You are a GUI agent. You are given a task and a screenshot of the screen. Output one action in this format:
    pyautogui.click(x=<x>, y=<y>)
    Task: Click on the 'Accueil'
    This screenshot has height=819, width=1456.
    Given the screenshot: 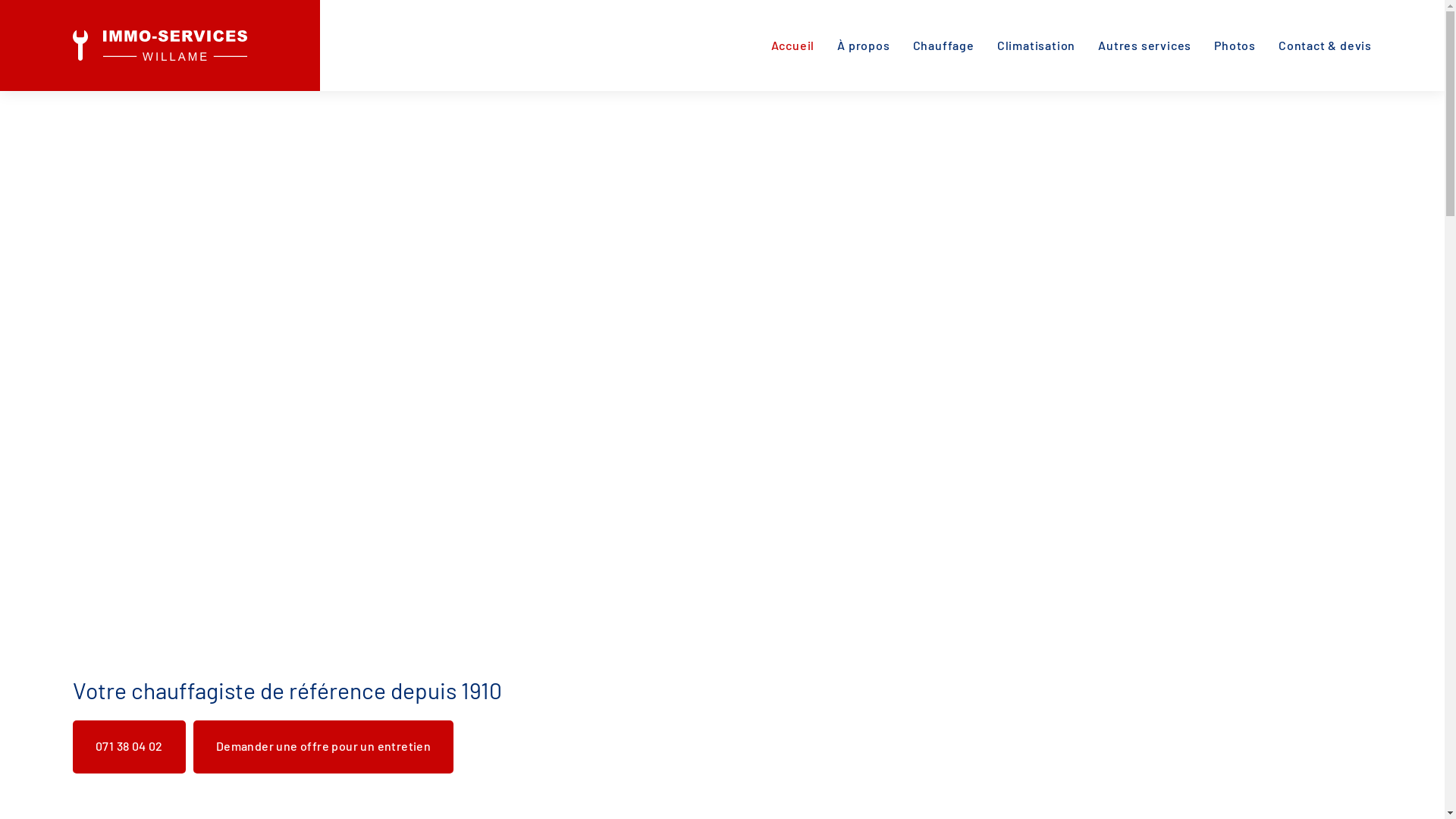 What is the action you would take?
    pyautogui.click(x=792, y=45)
    